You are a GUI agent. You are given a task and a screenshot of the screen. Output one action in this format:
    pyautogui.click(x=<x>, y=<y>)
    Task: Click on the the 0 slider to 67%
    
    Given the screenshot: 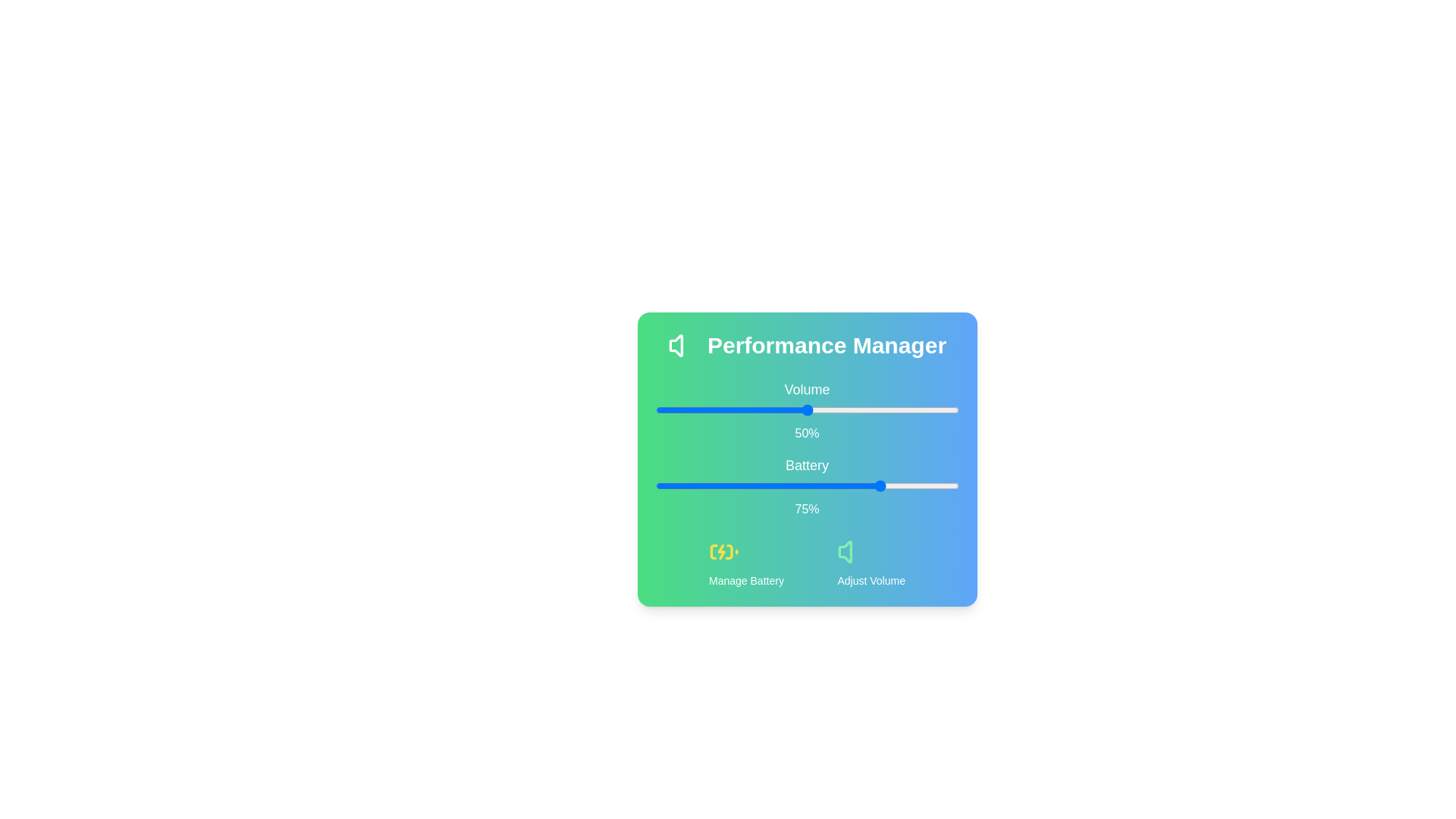 What is the action you would take?
    pyautogui.click(x=858, y=409)
    